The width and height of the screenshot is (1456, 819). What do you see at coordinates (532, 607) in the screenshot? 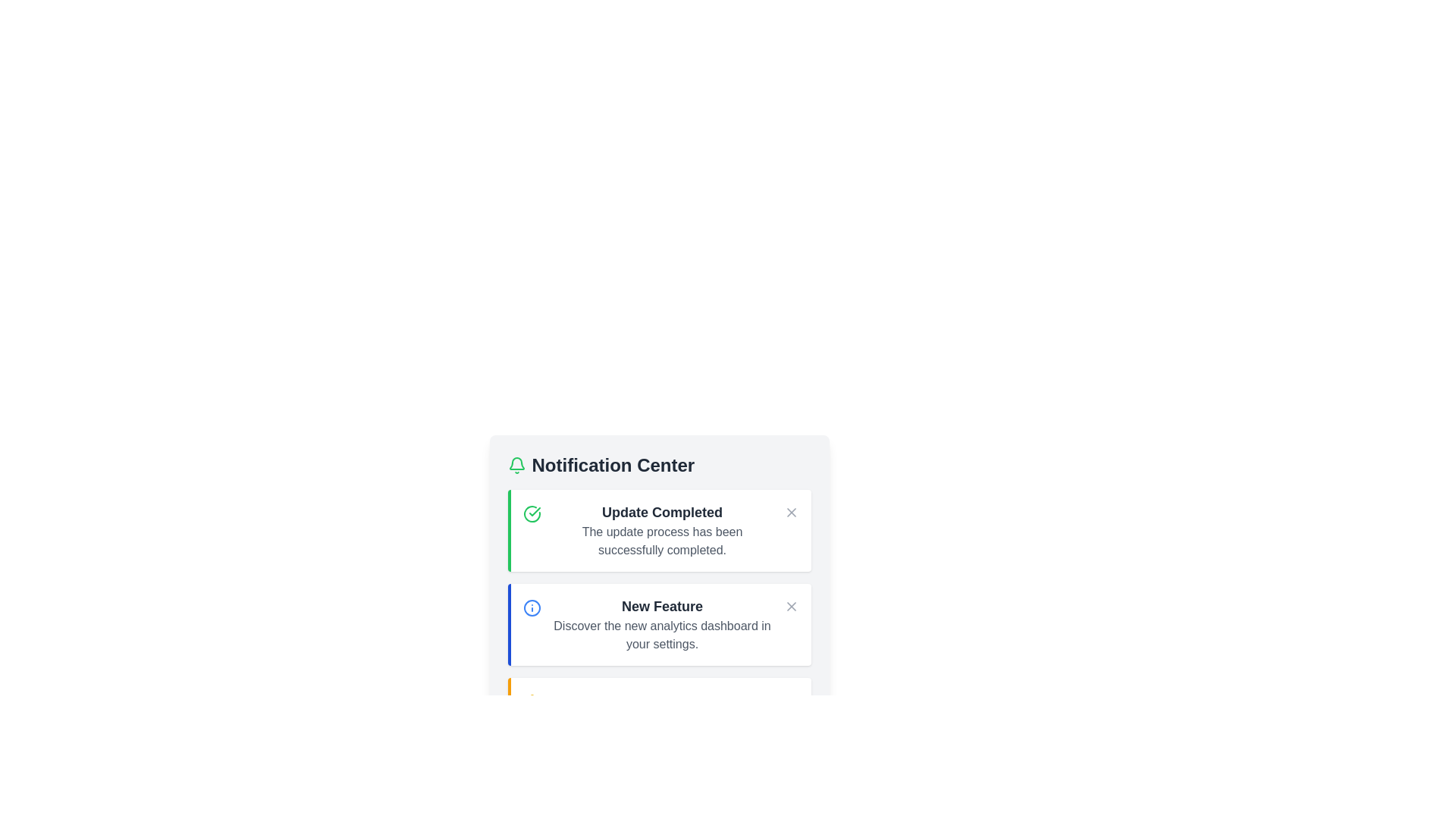
I see `the graphic element representing a notification message in the 'New Feature' icon, located at the center of a circular icon in the second row of the notification list` at bounding box center [532, 607].